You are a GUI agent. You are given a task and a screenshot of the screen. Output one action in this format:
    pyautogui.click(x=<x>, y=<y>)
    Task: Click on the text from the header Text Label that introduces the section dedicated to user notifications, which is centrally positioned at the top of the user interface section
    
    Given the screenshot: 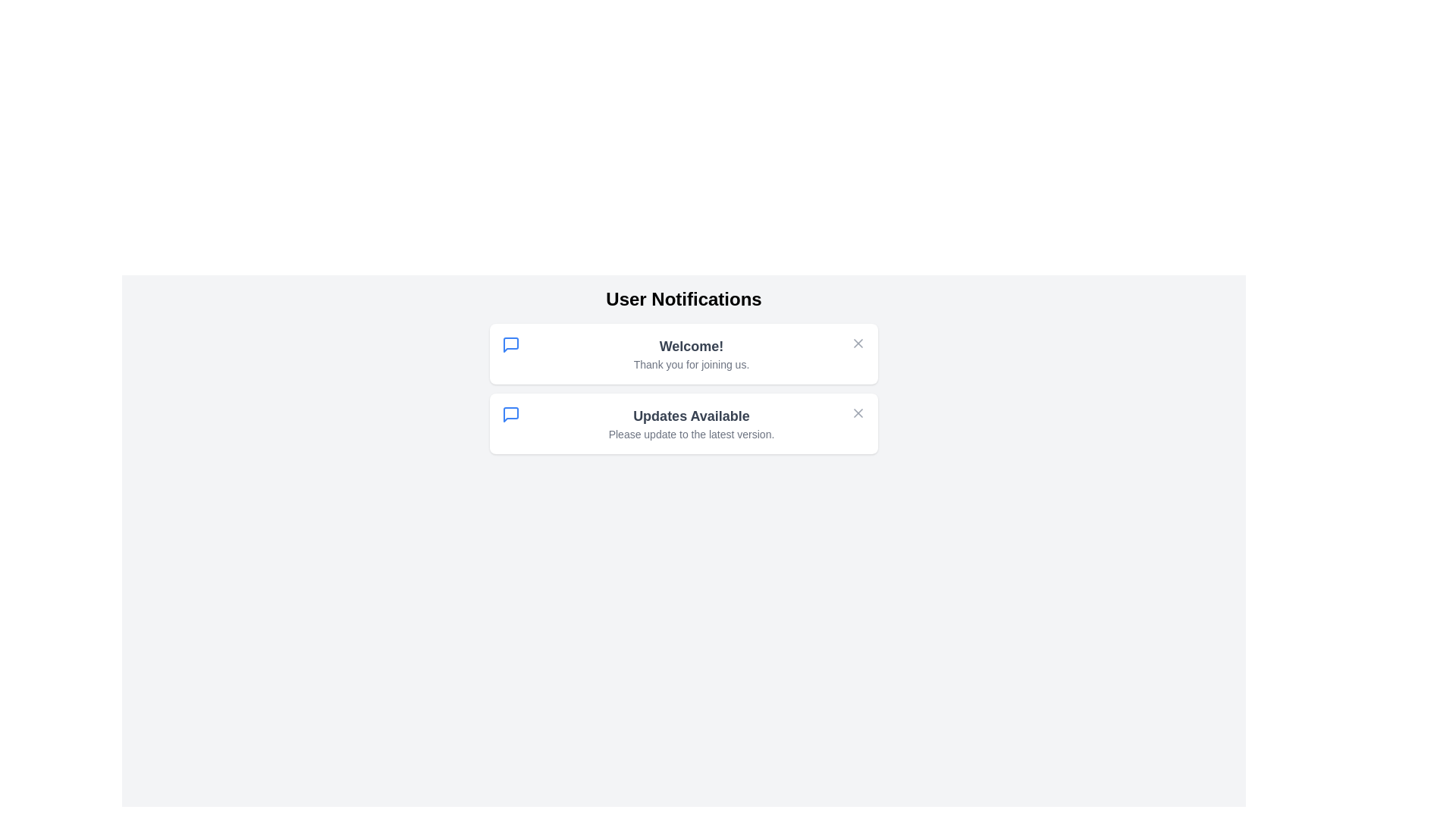 What is the action you would take?
    pyautogui.click(x=683, y=299)
    